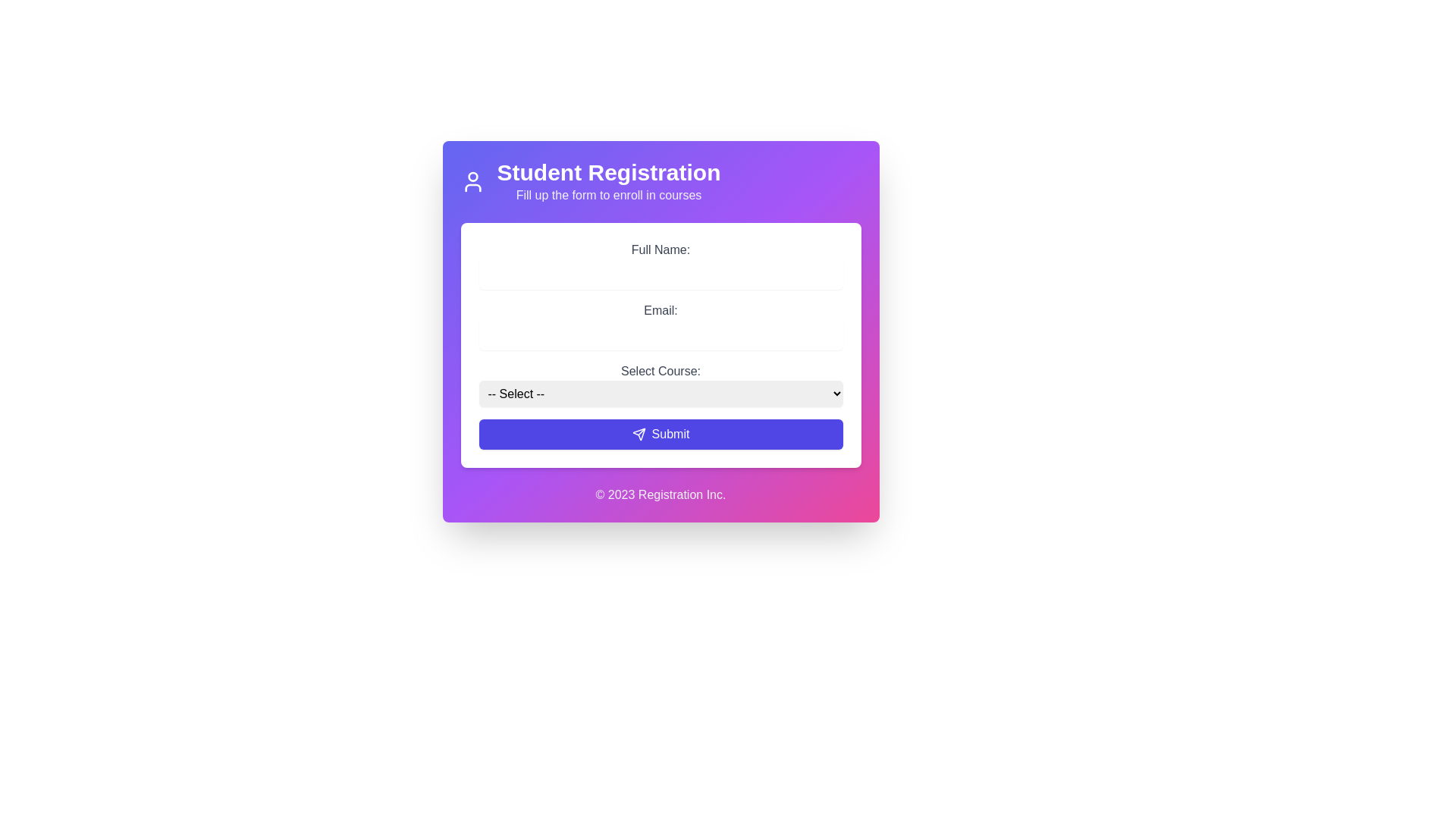 The height and width of the screenshot is (819, 1456). Describe the element at coordinates (472, 180) in the screenshot. I see `the user avatar icon, which is white on a purple background, located to the left of the 'Student Registration' title in the registration panel` at that location.